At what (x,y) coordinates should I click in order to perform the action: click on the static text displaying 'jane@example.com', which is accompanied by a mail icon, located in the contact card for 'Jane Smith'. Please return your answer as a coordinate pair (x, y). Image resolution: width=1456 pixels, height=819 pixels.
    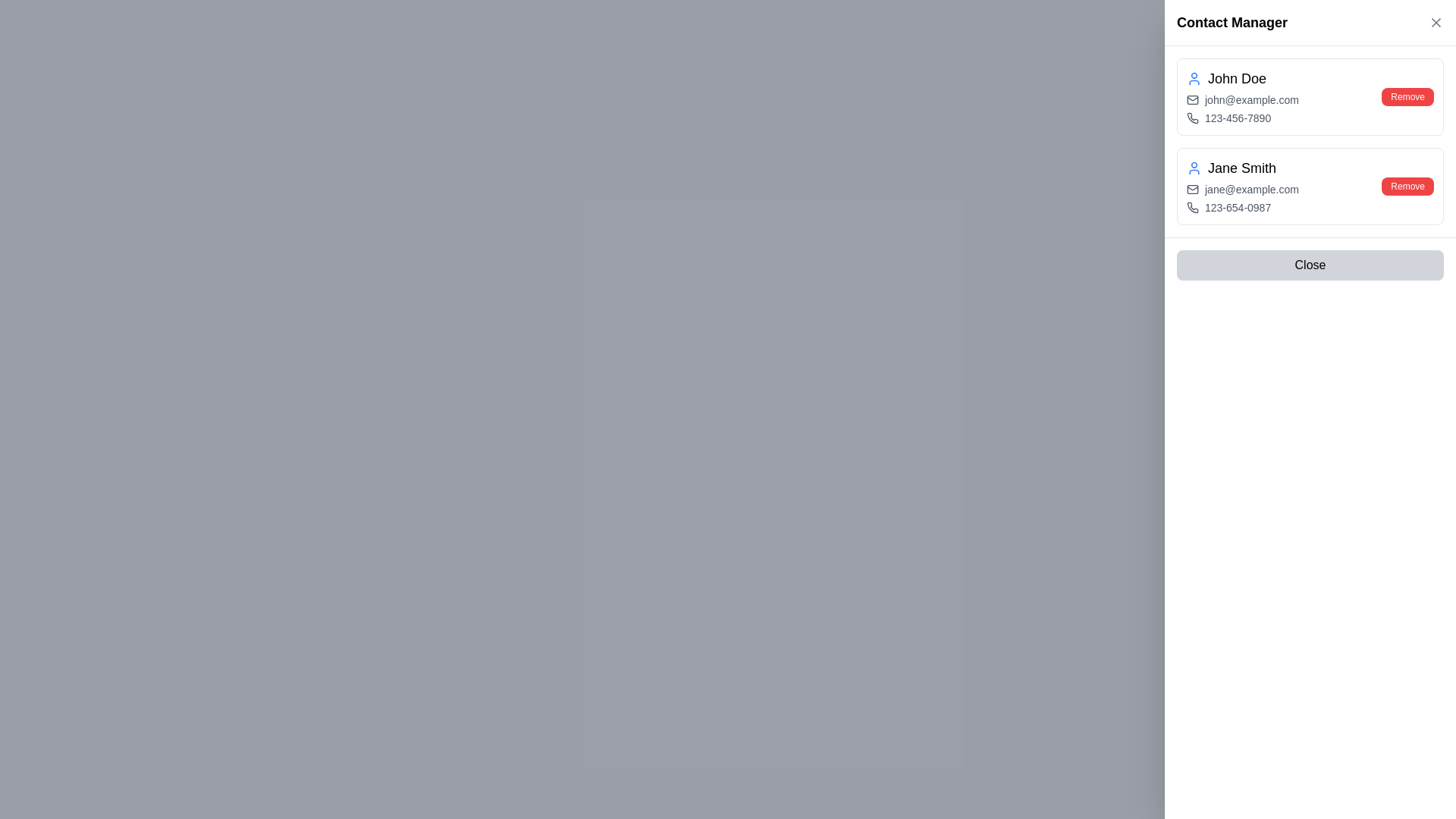
    Looking at the image, I should click on (1242, 189).